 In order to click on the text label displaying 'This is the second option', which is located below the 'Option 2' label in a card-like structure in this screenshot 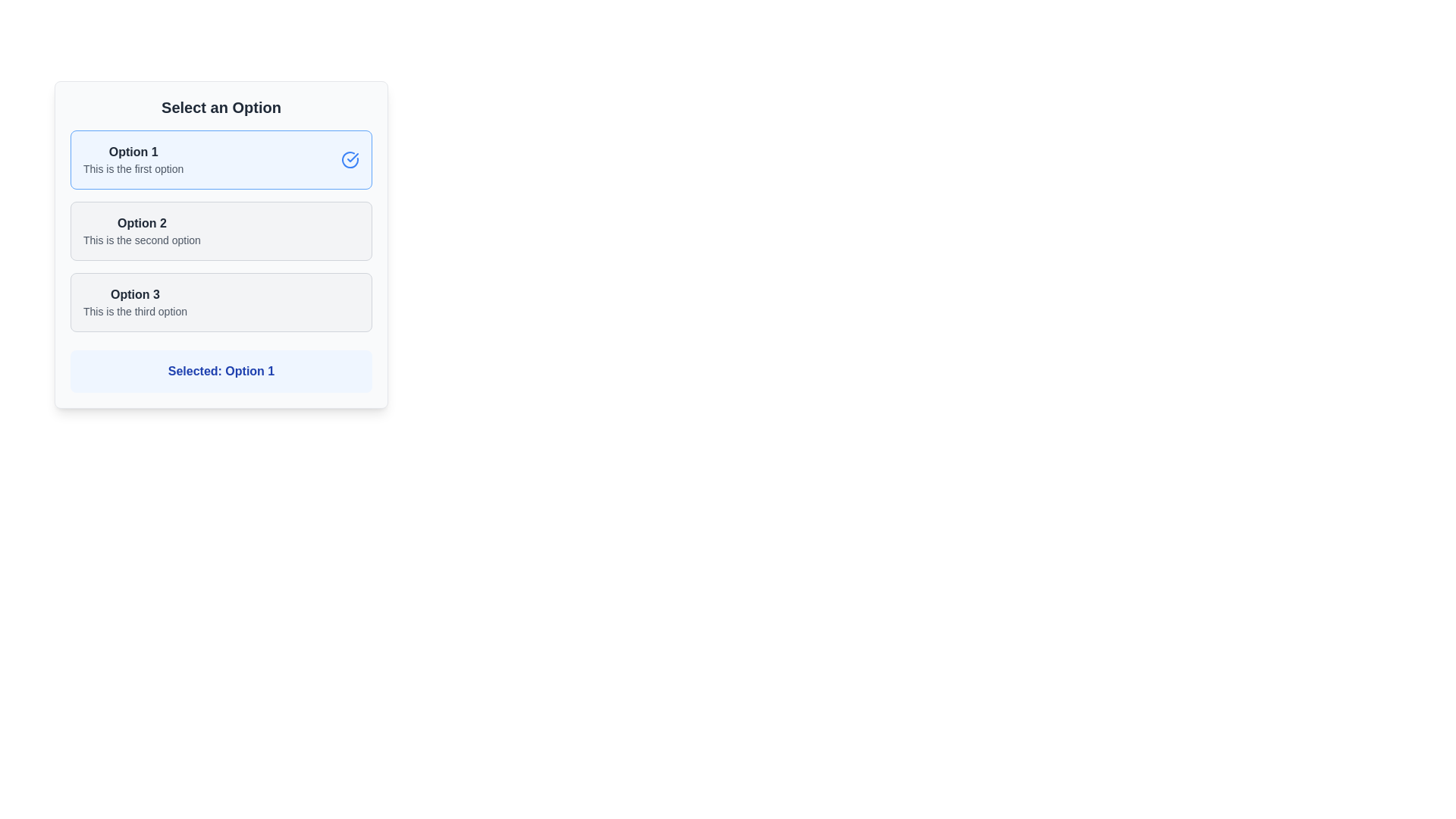, I will do `click(142, 239)`.